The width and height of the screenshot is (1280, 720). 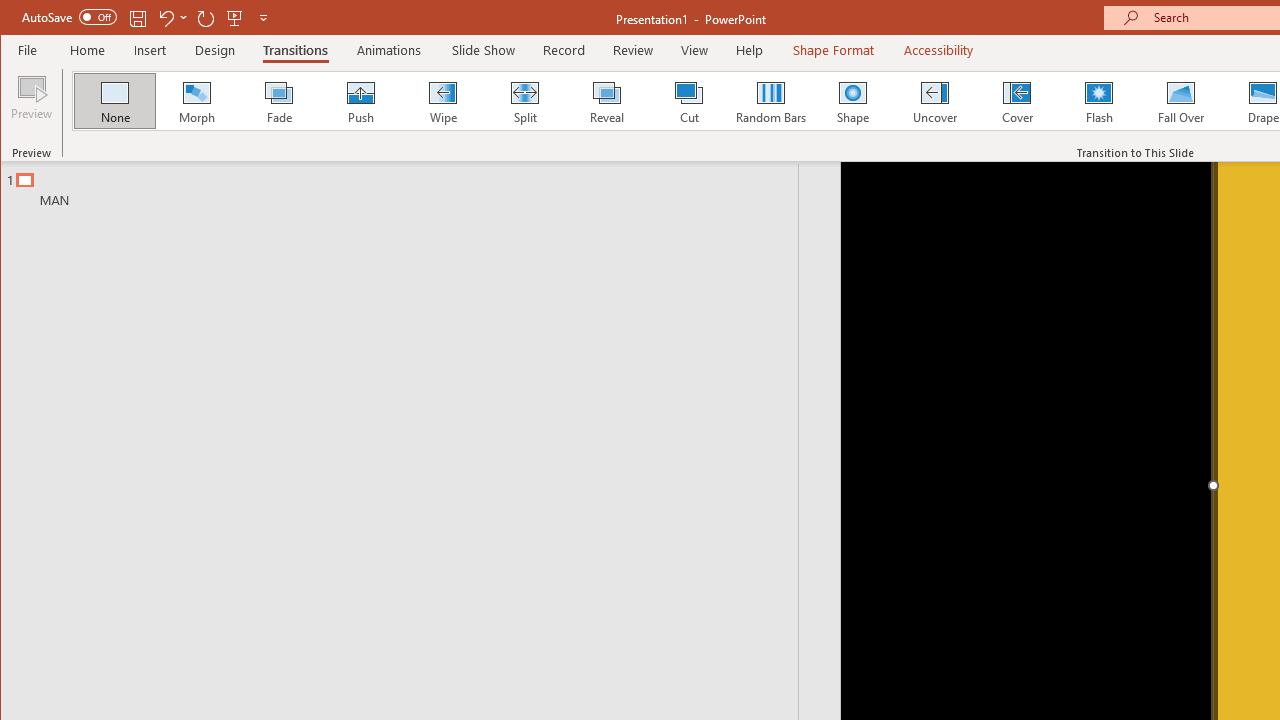 I want to click on 'Home', so click(x=86, y=49).